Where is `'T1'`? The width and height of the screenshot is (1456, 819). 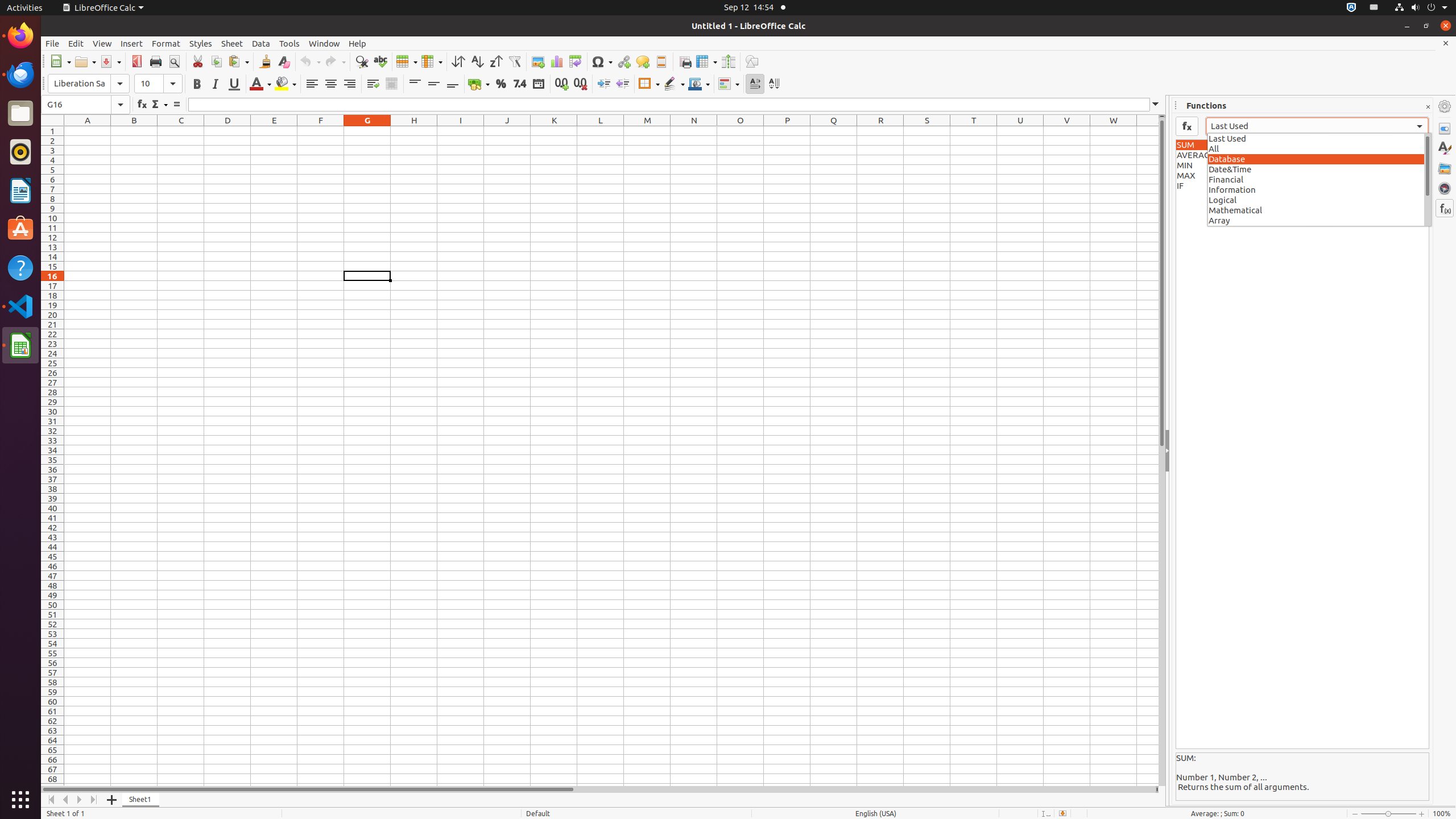
'T1' is located at coordinates (973, 130).